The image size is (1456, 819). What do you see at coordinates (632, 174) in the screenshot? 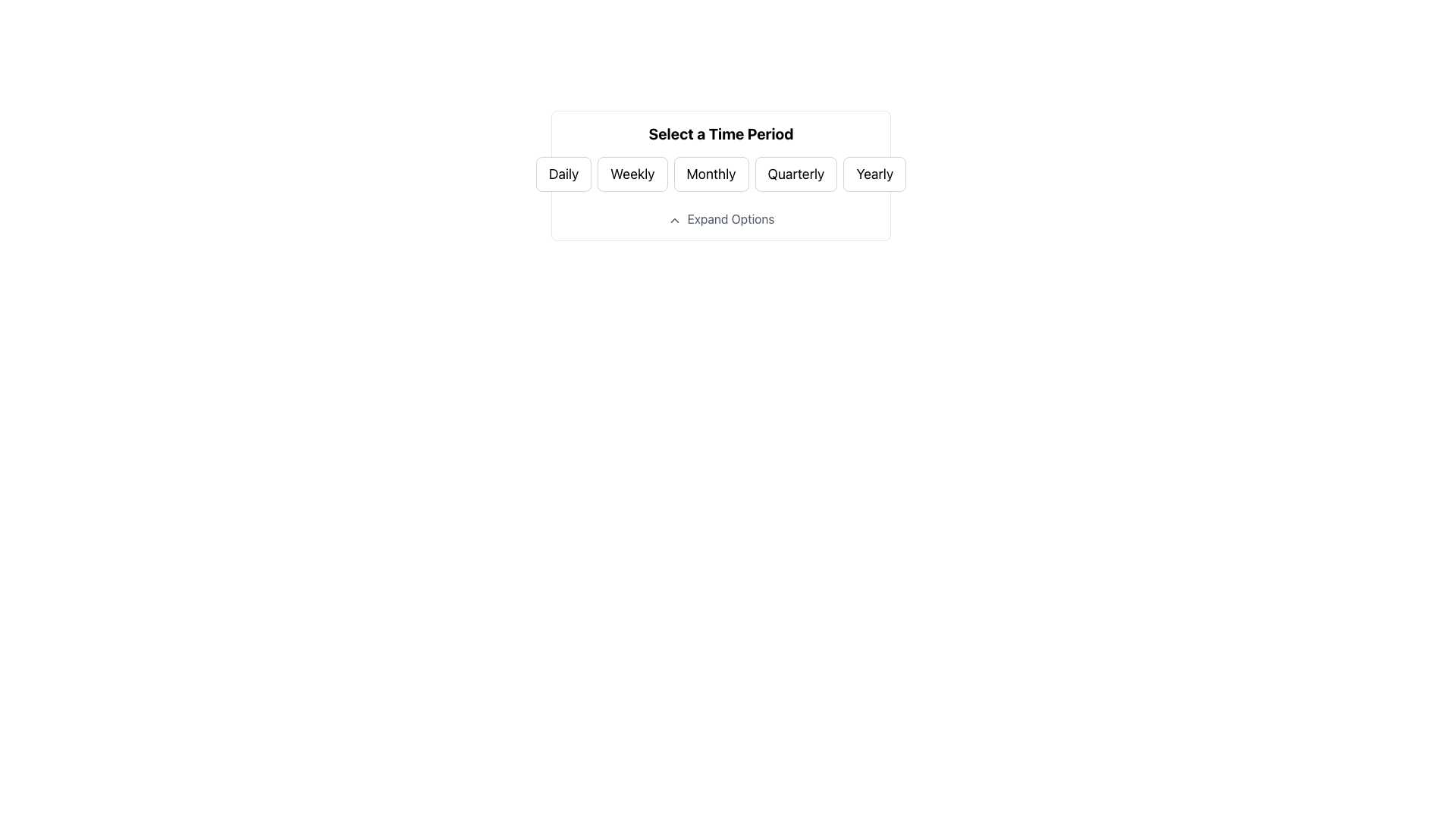
I see `the 'Weekly' button, which is a rectangular button with a white background and black text, located between 'Daily' and 'Monthly'` at bounding box center [632, 174].